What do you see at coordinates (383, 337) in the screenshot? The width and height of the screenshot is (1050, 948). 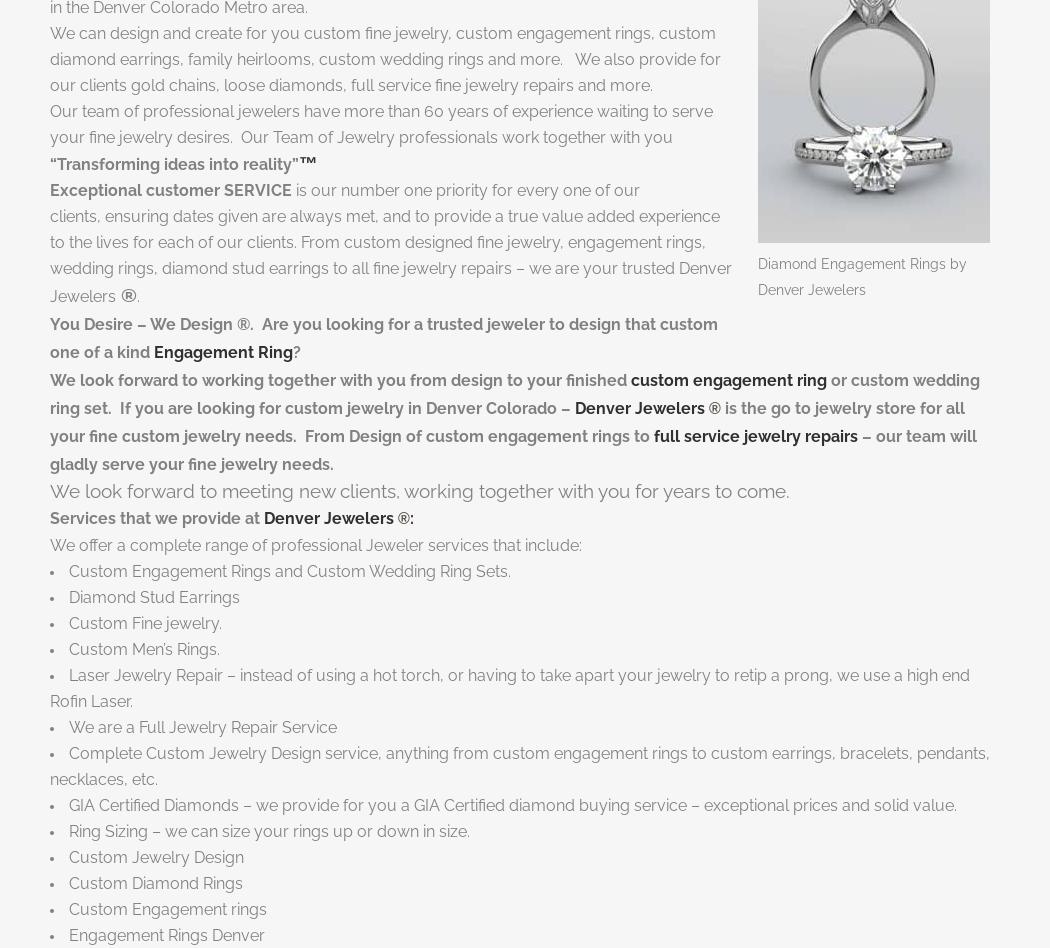 I see `'You Desire – We Design ®.  Are you looking for a trusted jeweler to design that custom one of a kind'` at bounding box center [383, 337].